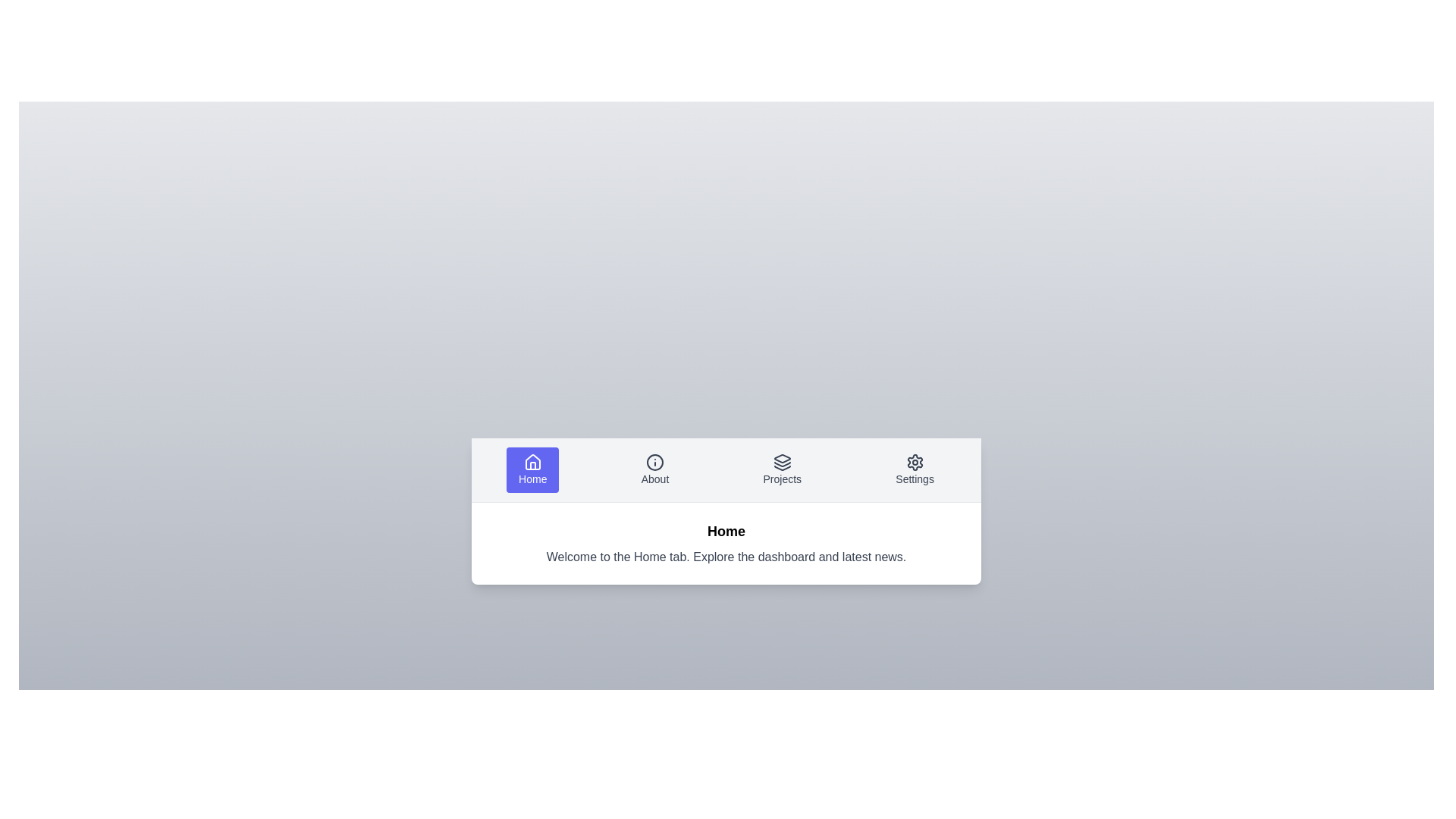  Describe the element at coordinates (782, 468) in the screenshot. I see `the tab labeled Projects to inspect its layout and content` at that location.